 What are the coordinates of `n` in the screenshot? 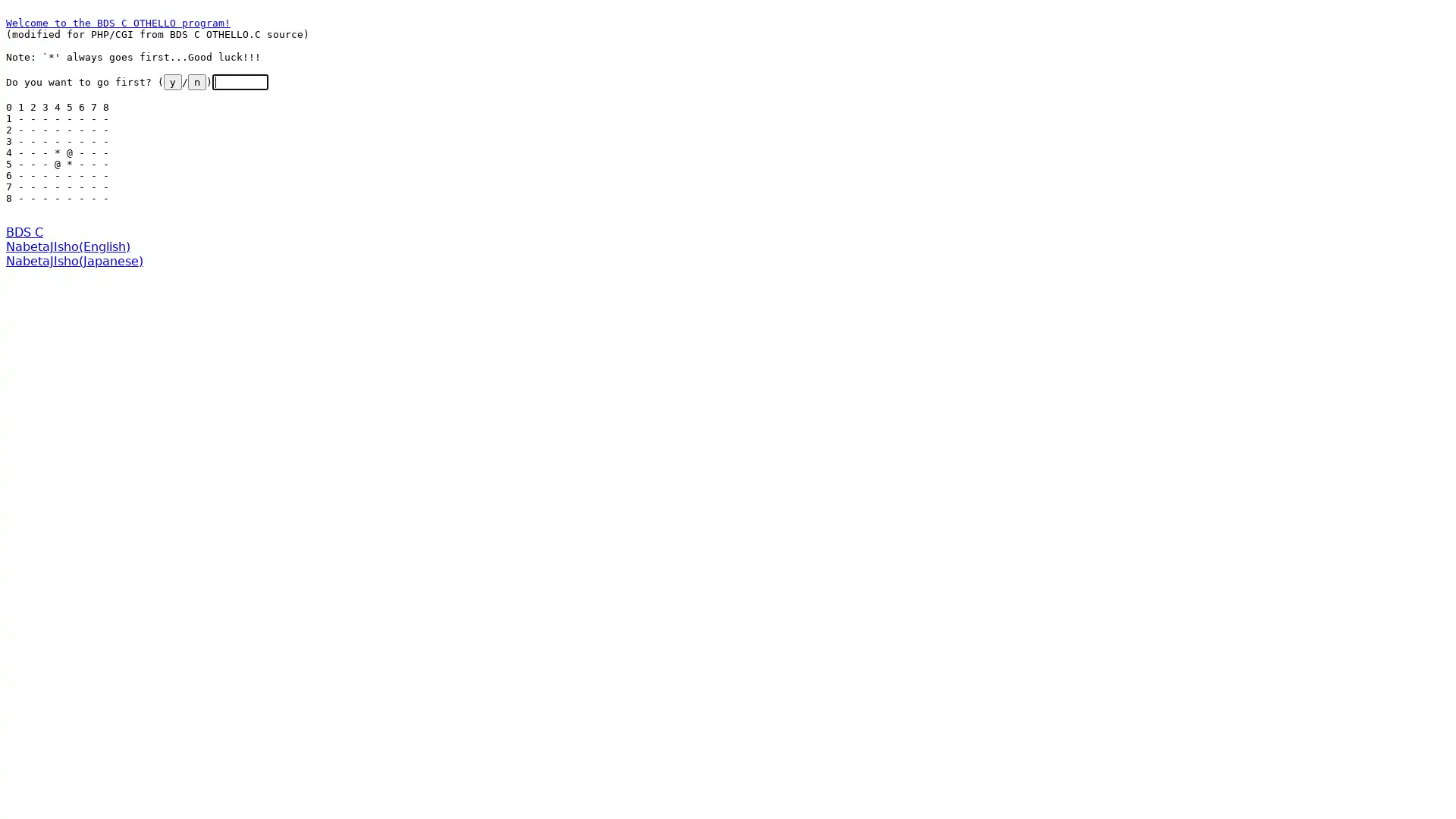 It's located at (196, 82).